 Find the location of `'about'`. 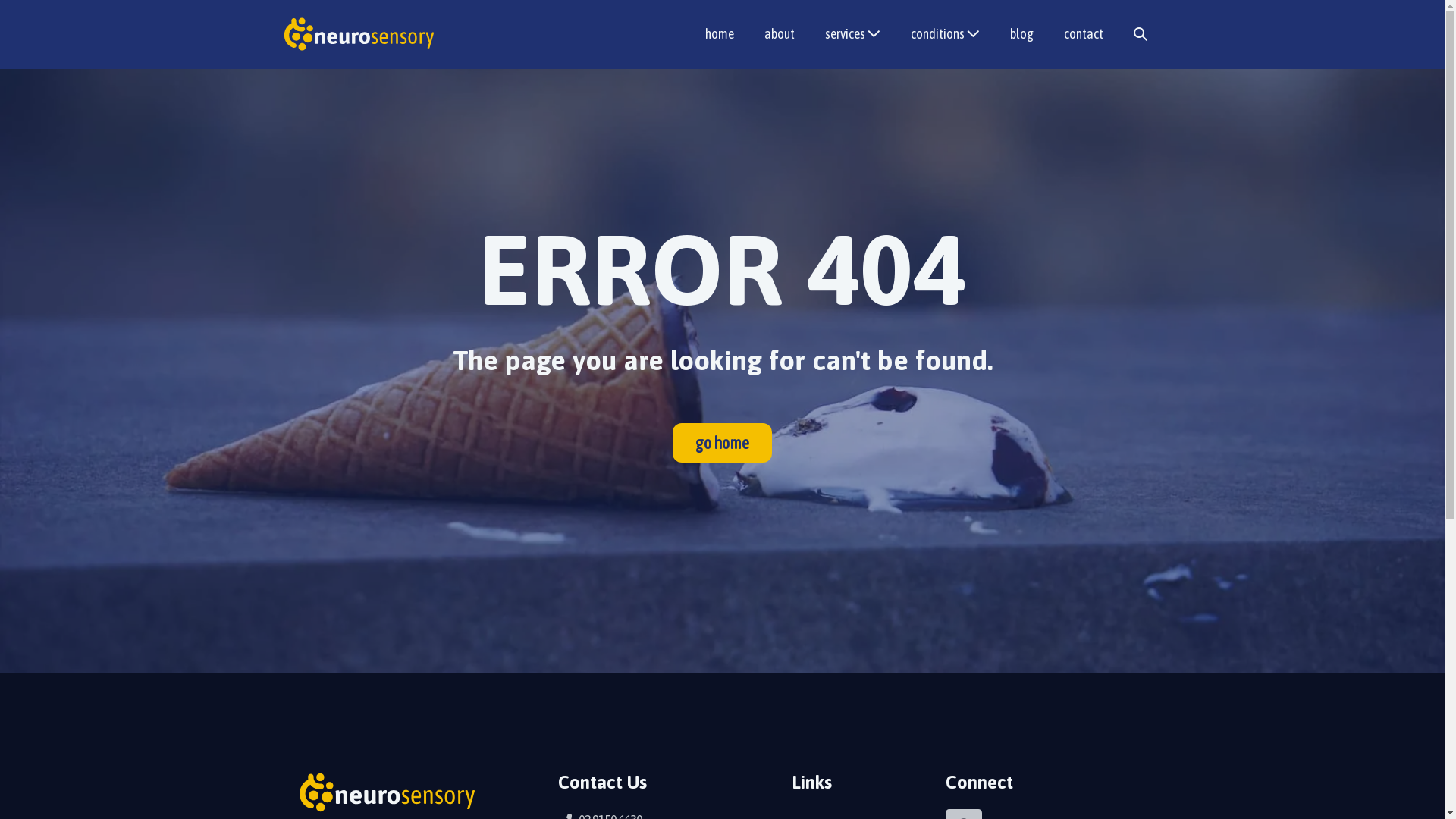

'about' is located at coordinates (779, 34).